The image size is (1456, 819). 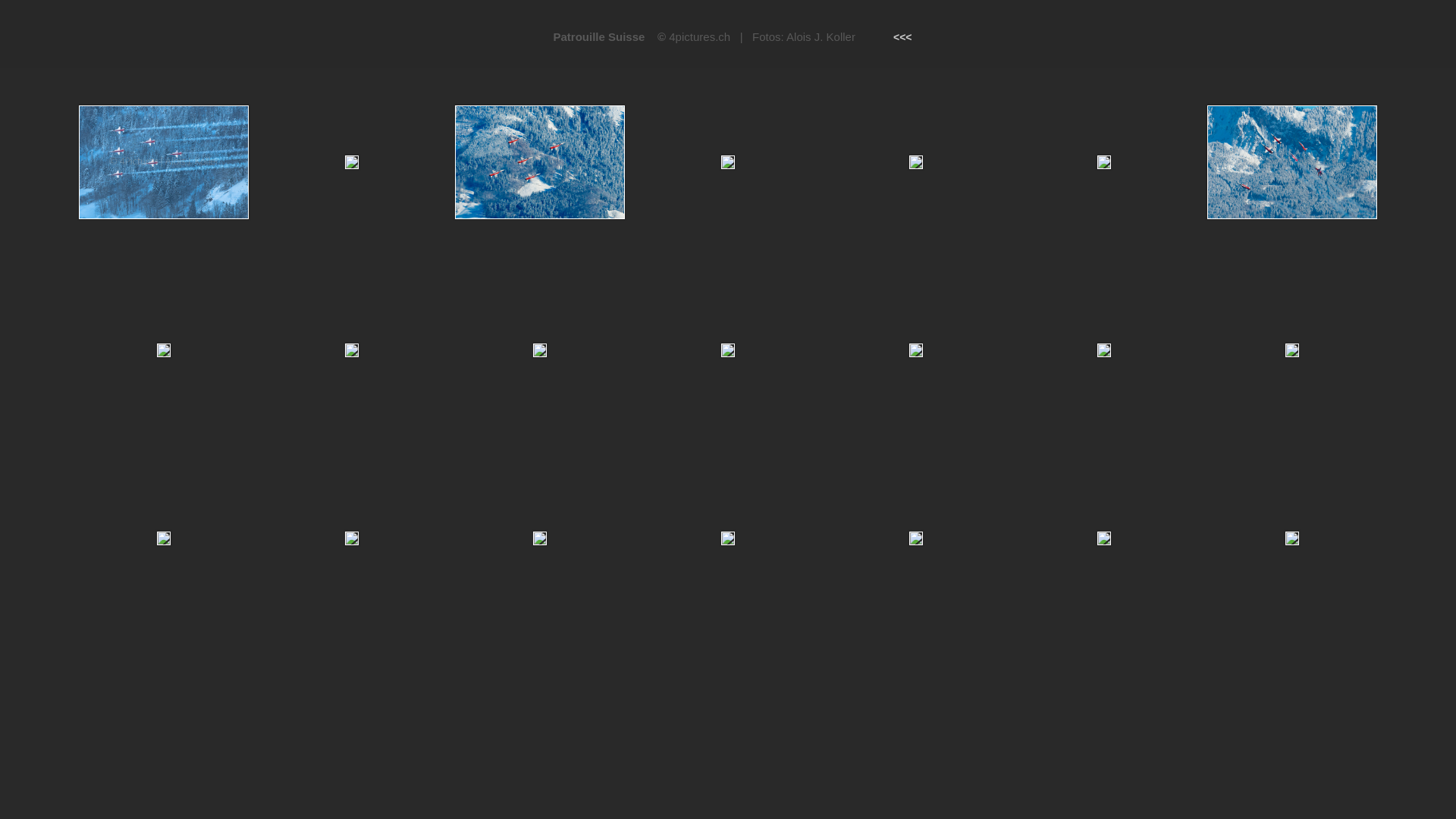 What do you see at coordinates (902, 36) in the screenshot?
I see `'<<<'` at bounding box center [902, 36].